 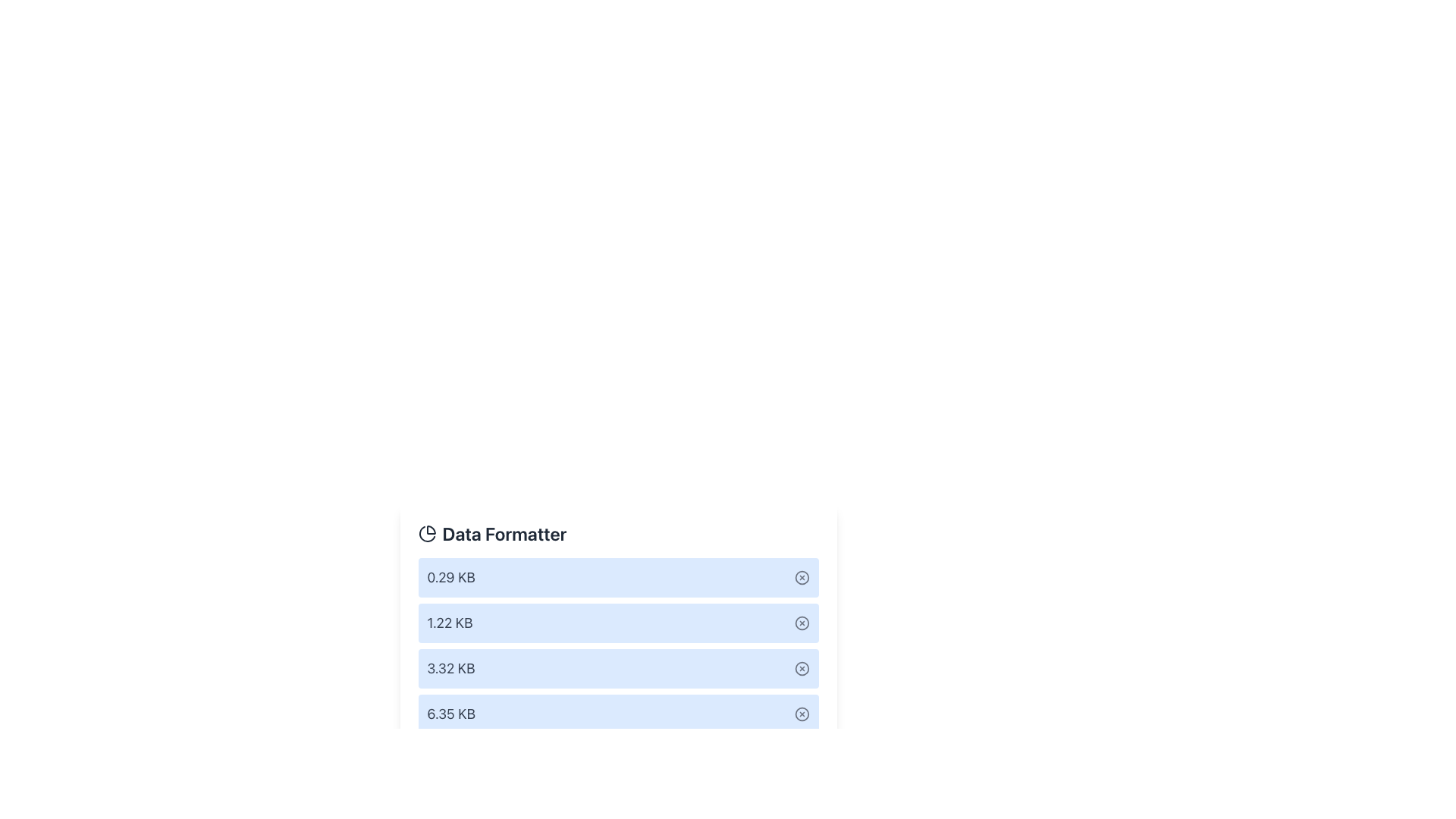 I want to click on the upper-right curve of the pie chart icon, which represents a segment of a dataset visualization, so click(x=430, y=529).